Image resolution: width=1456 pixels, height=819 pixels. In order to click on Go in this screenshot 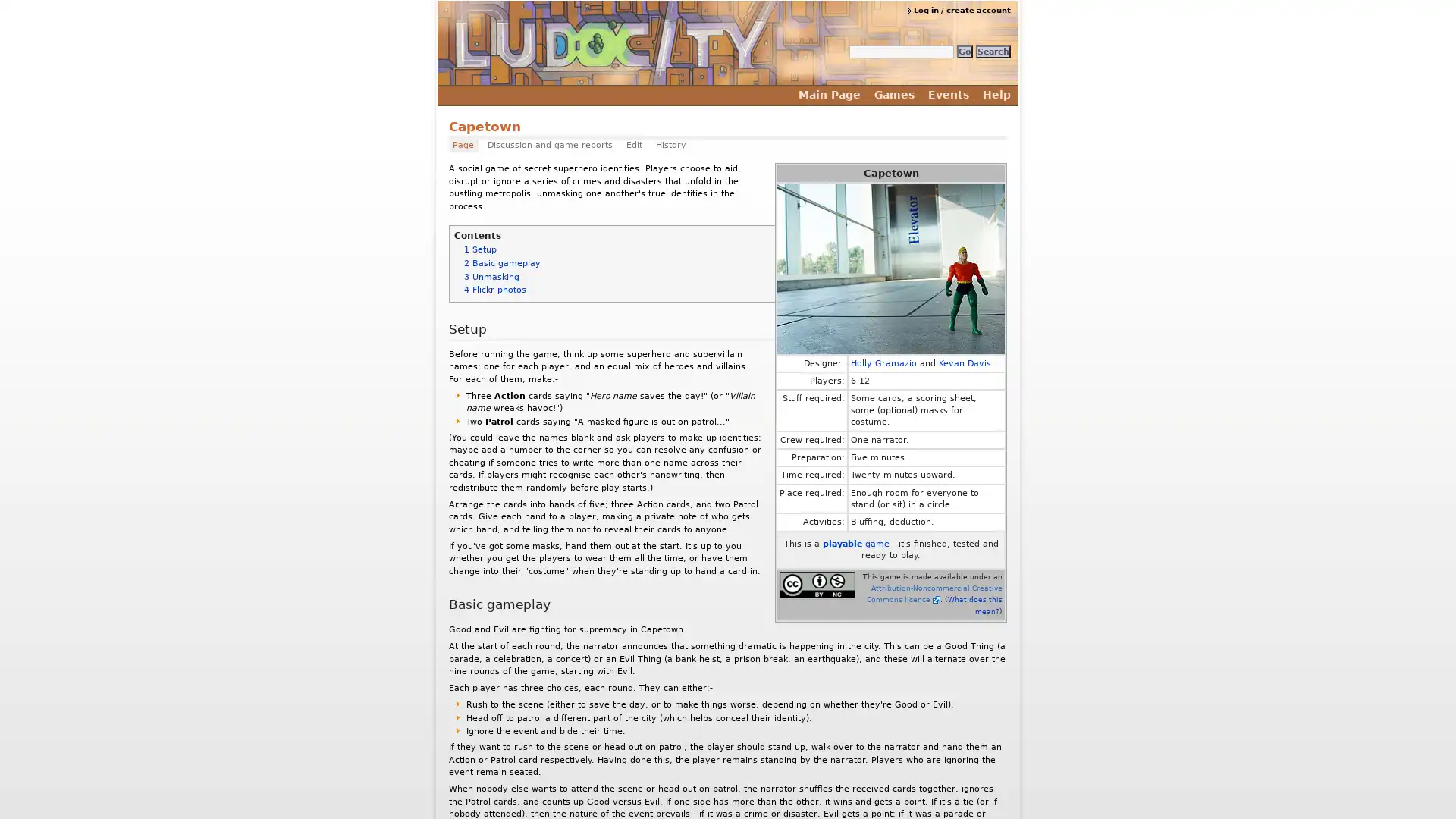, I will do `click(964, 51)`.